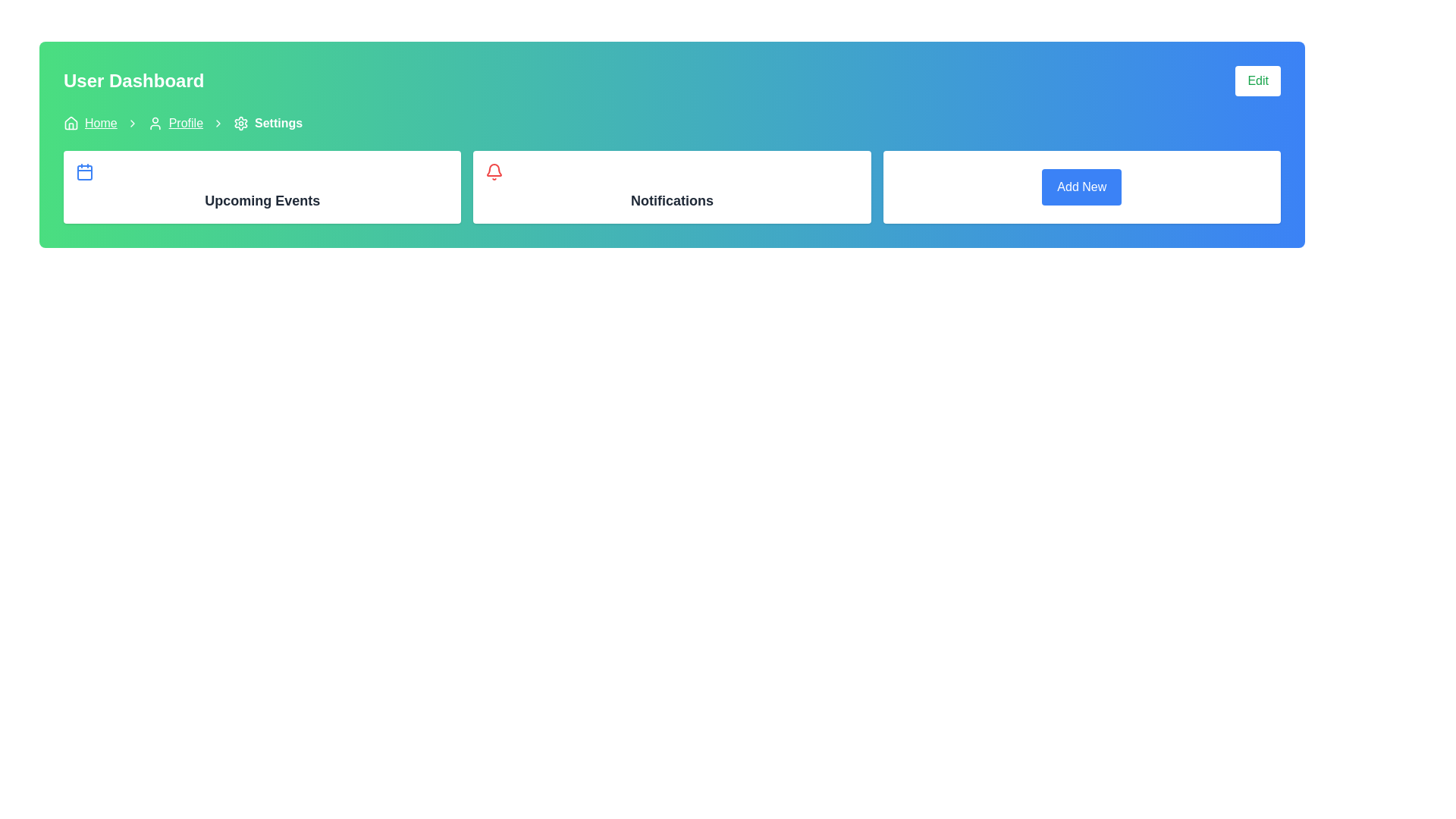 The height and width of the screenshot is (819, 1456). I want to click on the house icon in the breadcrumb navigation bar, so click(71, 122).